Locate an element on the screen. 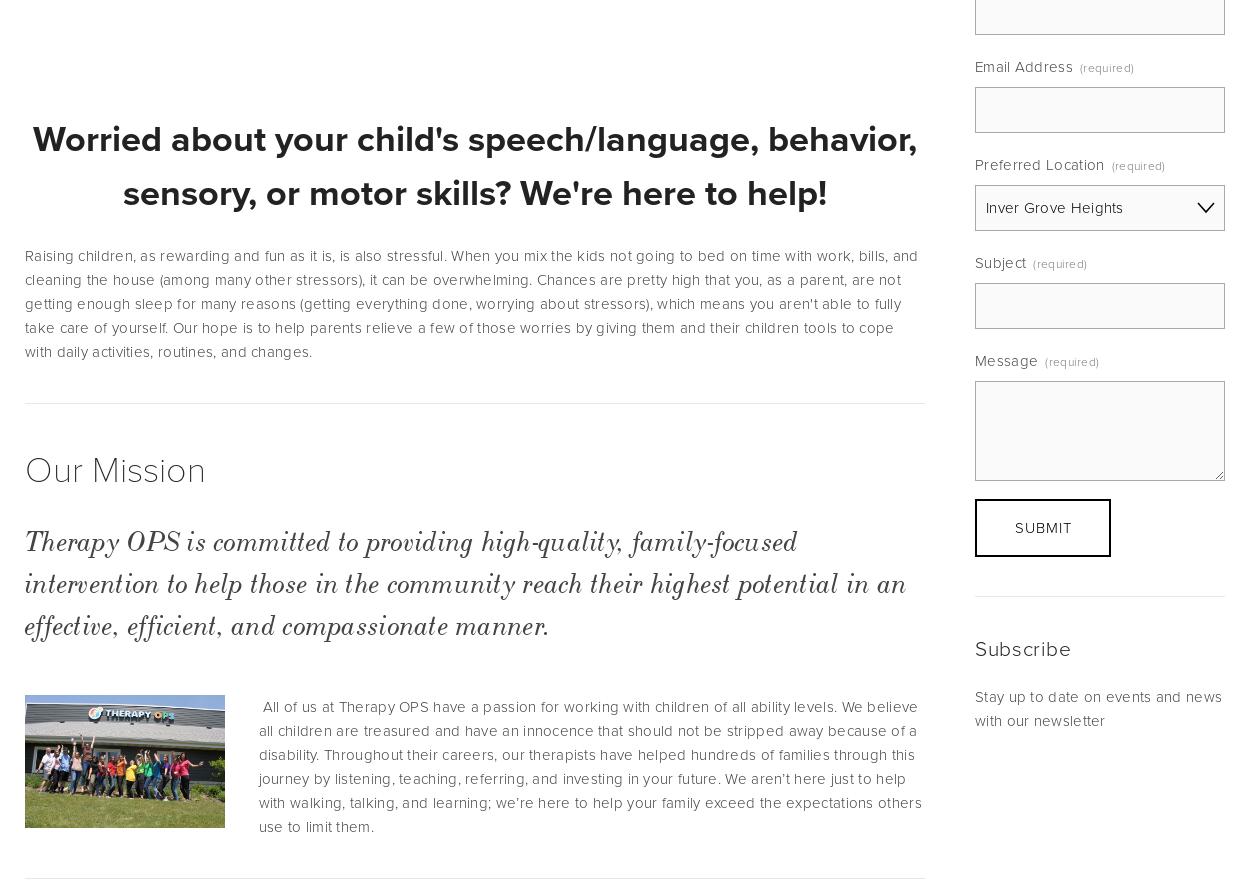  'Subject' is located at coordinates (974, 260).